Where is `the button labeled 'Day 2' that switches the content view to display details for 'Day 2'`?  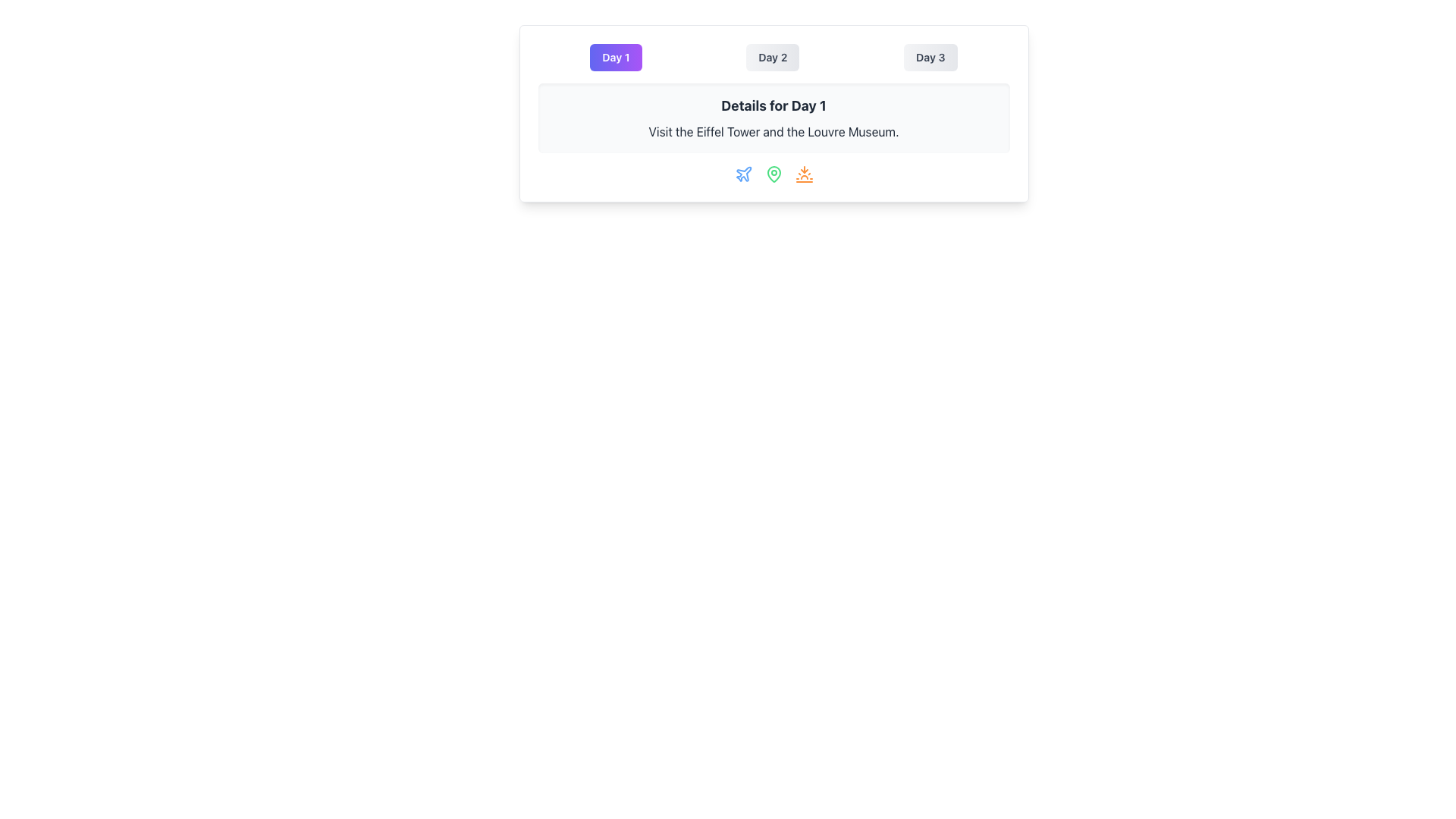 the button labeled 'Day 2' that switches the content view to display details for 'Day 2' is located at coordinates (773, 57).